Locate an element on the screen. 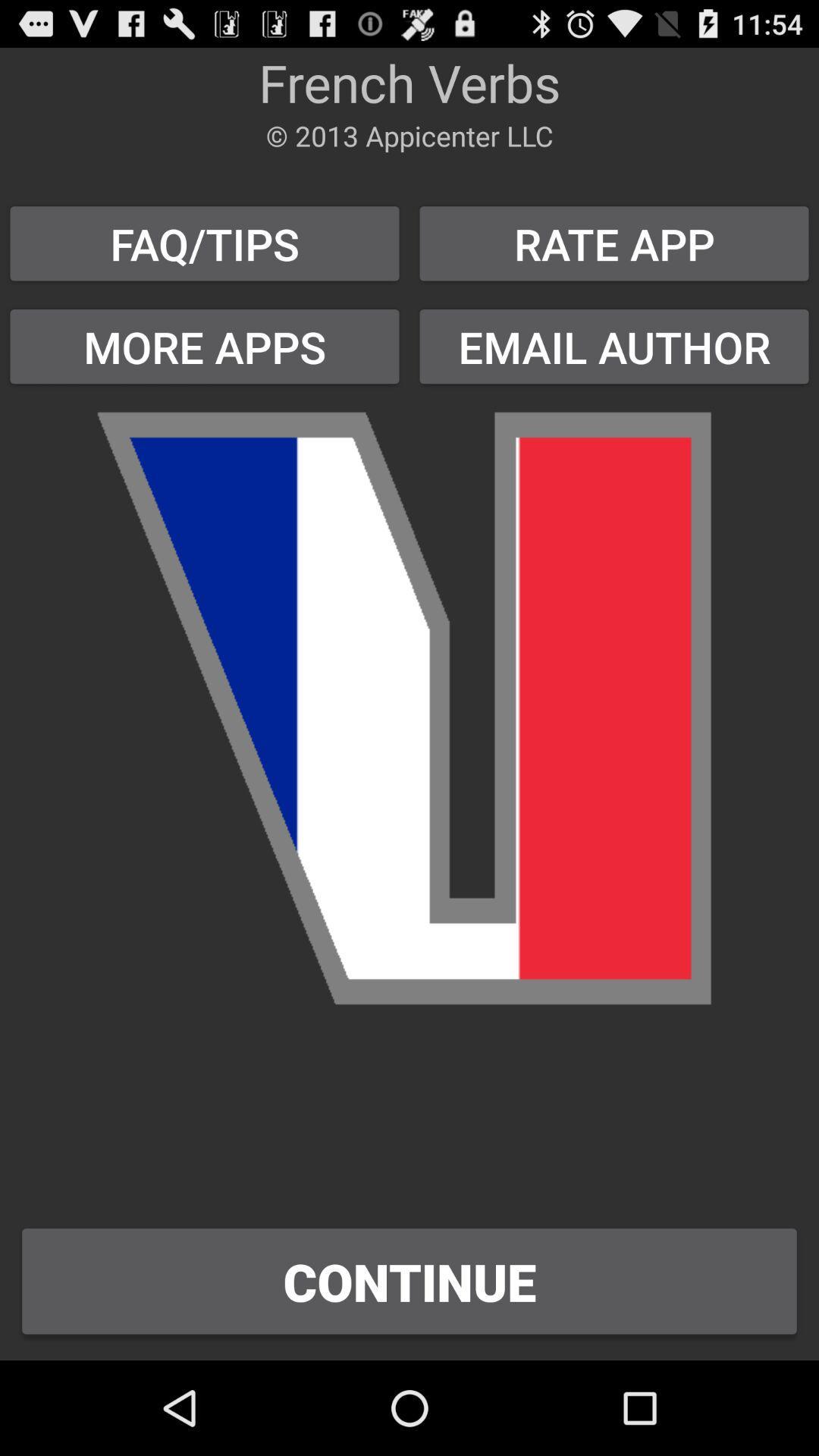 This screenshot has width=819, height=1456. the button next to the rate app icon is located at coordinates (205, 346).